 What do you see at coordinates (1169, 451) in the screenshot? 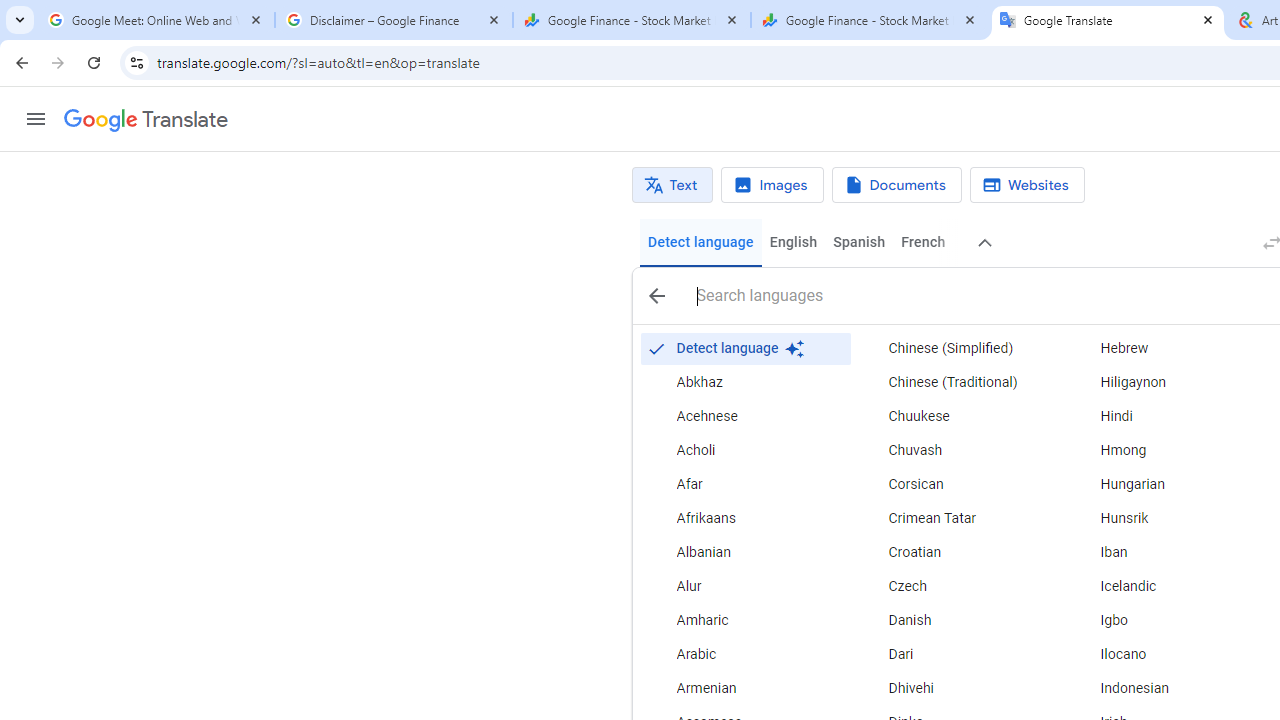
I see `'Hmong'` at bounding box center [1169, 451].